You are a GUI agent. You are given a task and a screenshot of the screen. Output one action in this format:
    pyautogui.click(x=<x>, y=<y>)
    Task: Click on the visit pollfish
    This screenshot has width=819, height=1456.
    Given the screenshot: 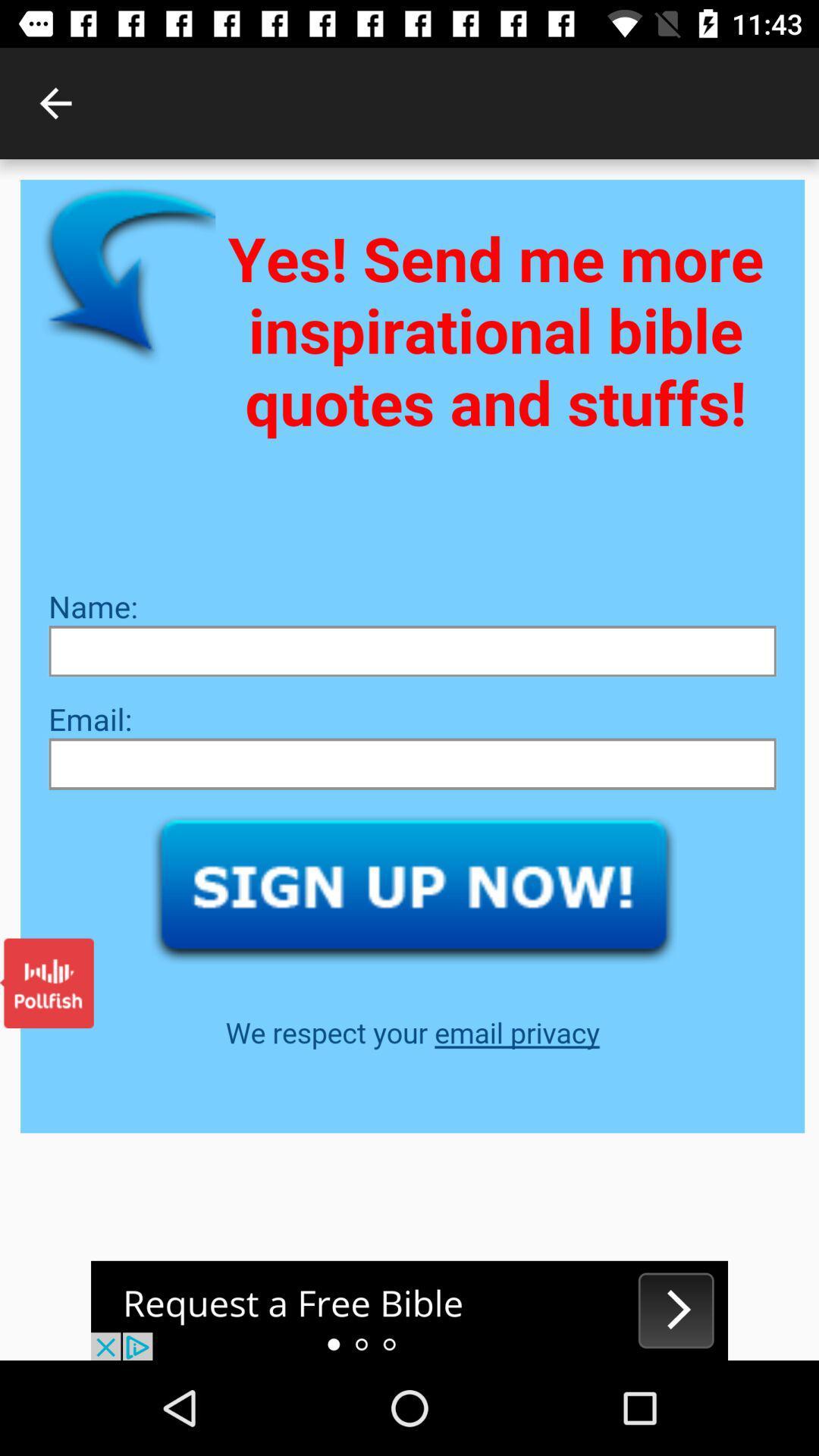 What is the action you would take?
    pyautogui.click(x=45, y=983)
    